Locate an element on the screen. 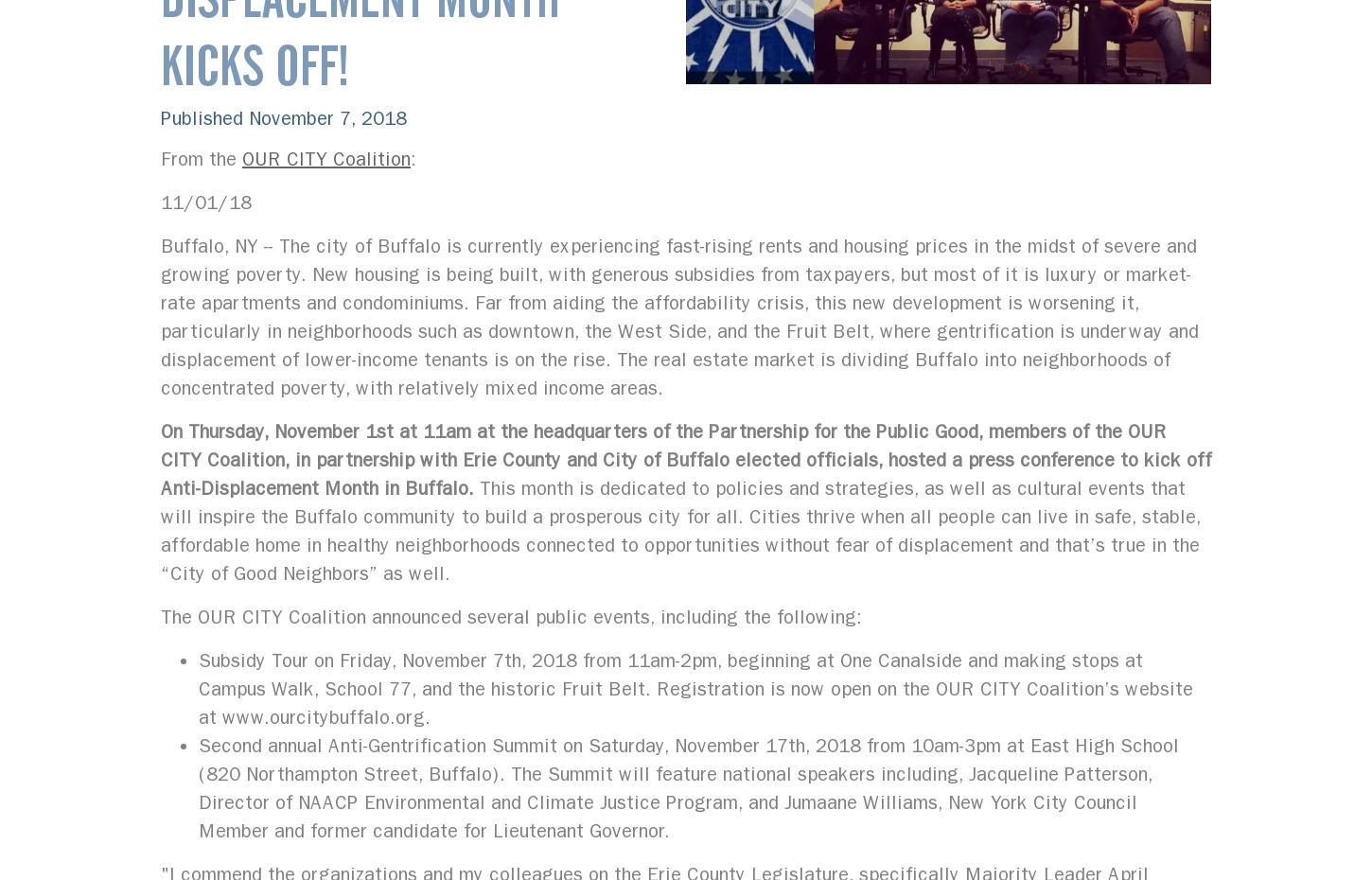 The height and width of the screenshot is (880, 1372). 'This month is dedicated to policies and strategies, as well as cultural events that will inspire the Buffalo community to build a prosperous city for all. Cities thrive when all people can live in safe, stable, affordable home in healthy neighborhoods connected to opportunities without fear of displacement and that’s true in the “City of Good Neighbors” as well.' is located at coordinates (679, 531).